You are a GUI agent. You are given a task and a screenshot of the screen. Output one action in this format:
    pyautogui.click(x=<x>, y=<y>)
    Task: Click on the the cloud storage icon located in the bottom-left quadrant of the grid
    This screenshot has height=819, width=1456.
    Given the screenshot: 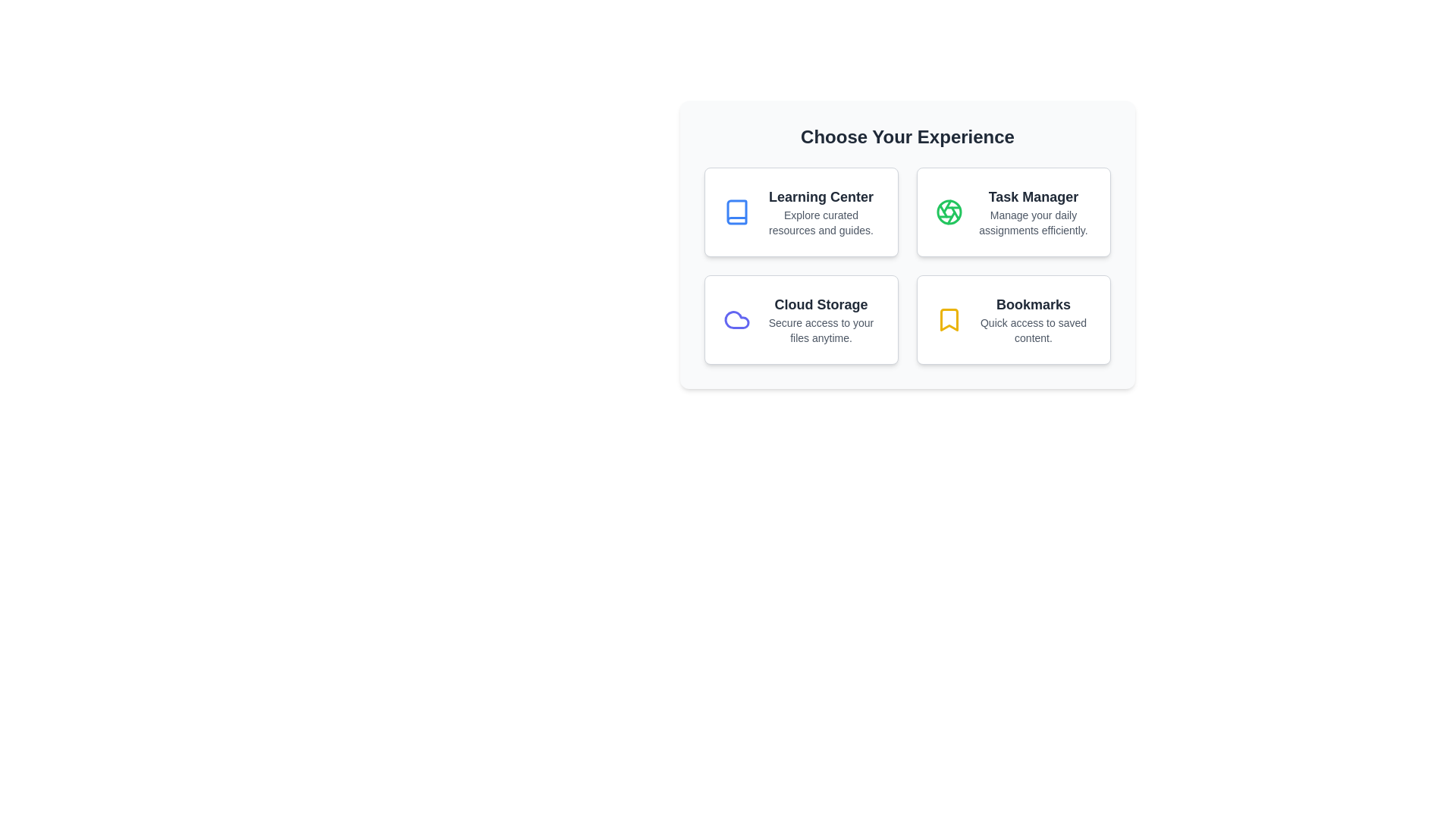 What is the action you would take?
    pyautogui.click(x=736, y=318)
    